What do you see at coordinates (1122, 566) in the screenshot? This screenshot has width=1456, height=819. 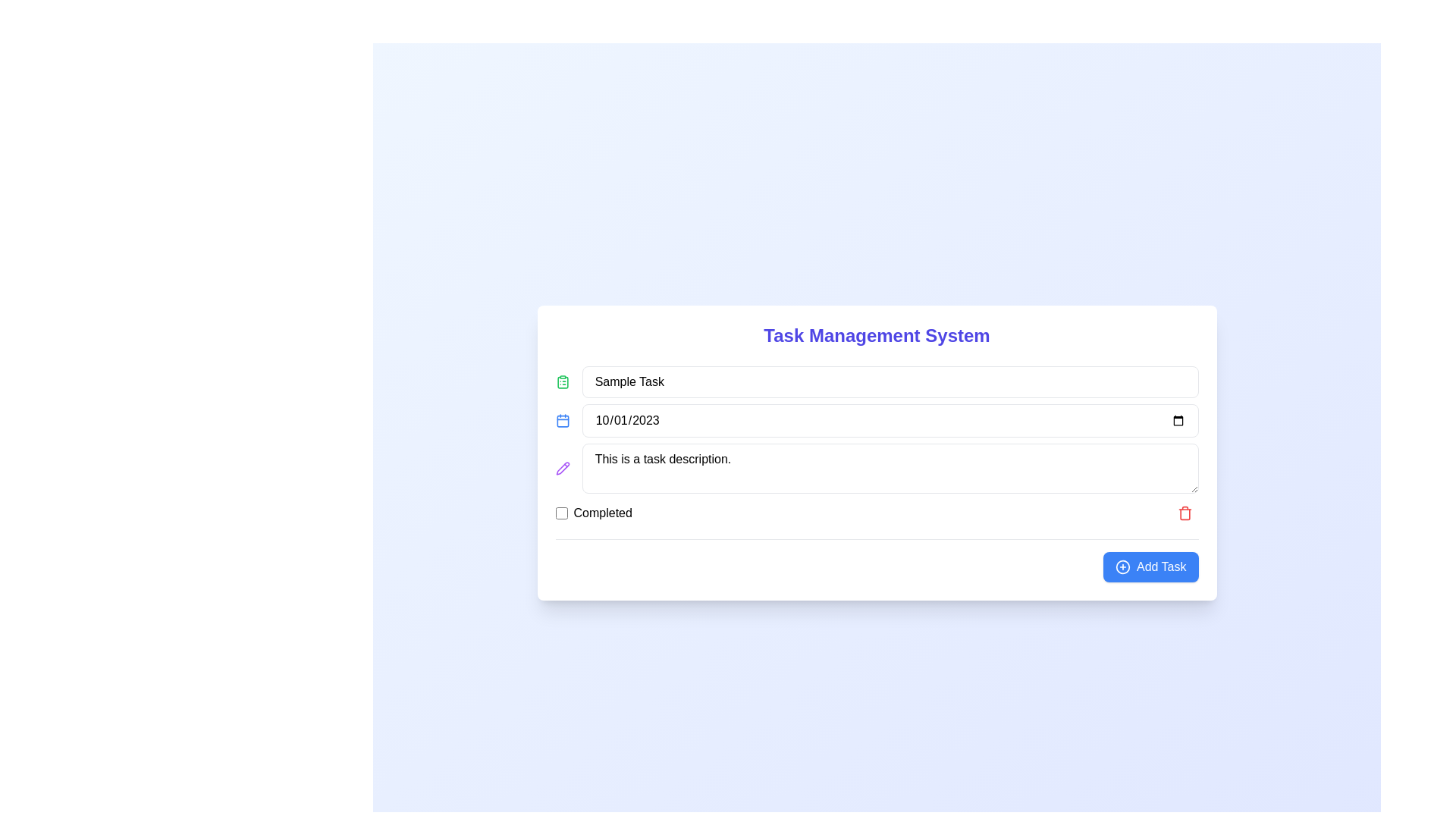 I see `the circular blue icon with a plus symbol inside, located within the 'Add Task' button` at bounding box center [1122, 566].